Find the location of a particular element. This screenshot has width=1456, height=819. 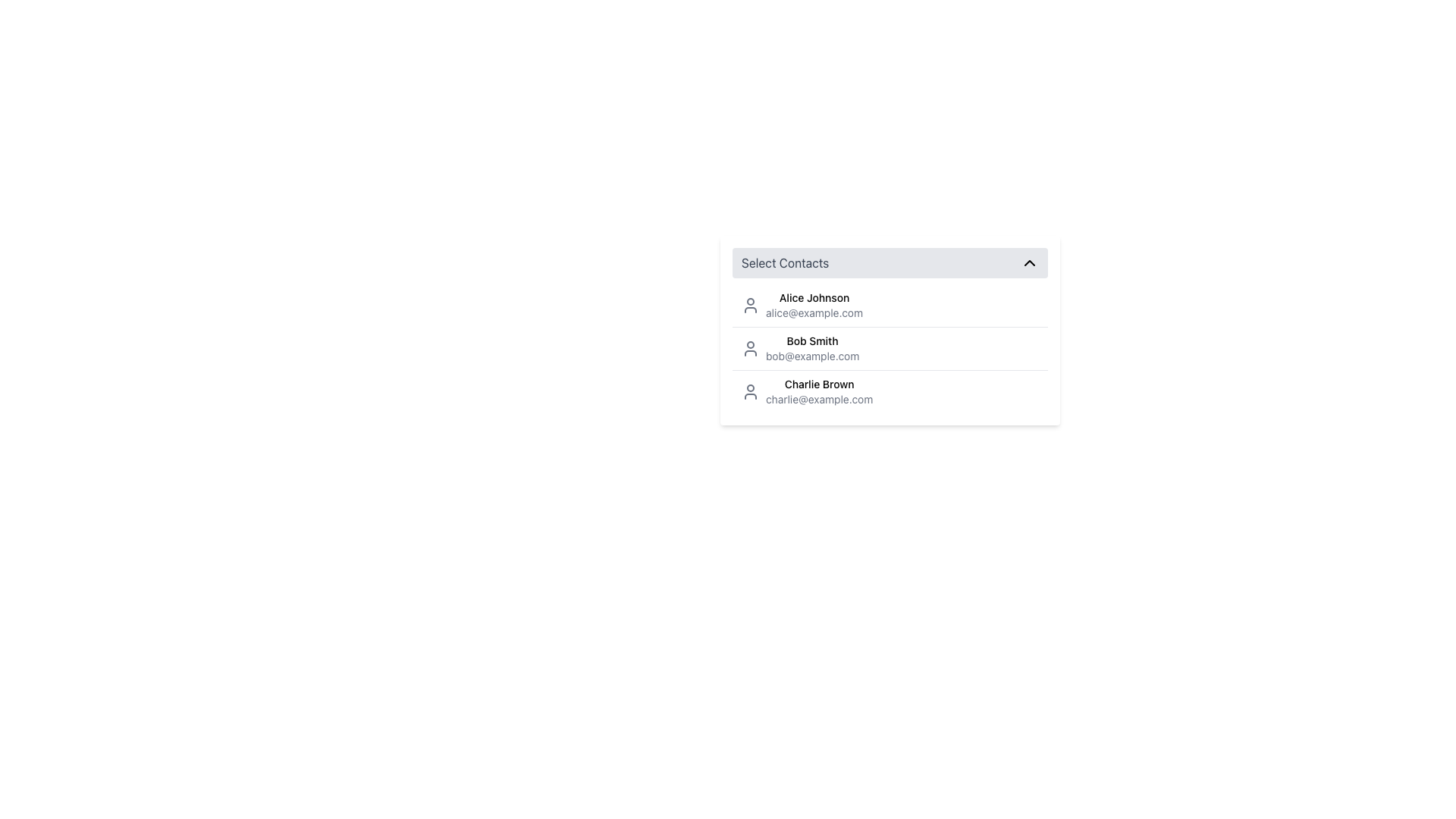

the second contact entry in the 'Select Contacts' dropdown list is located at coordinates (799, 348).